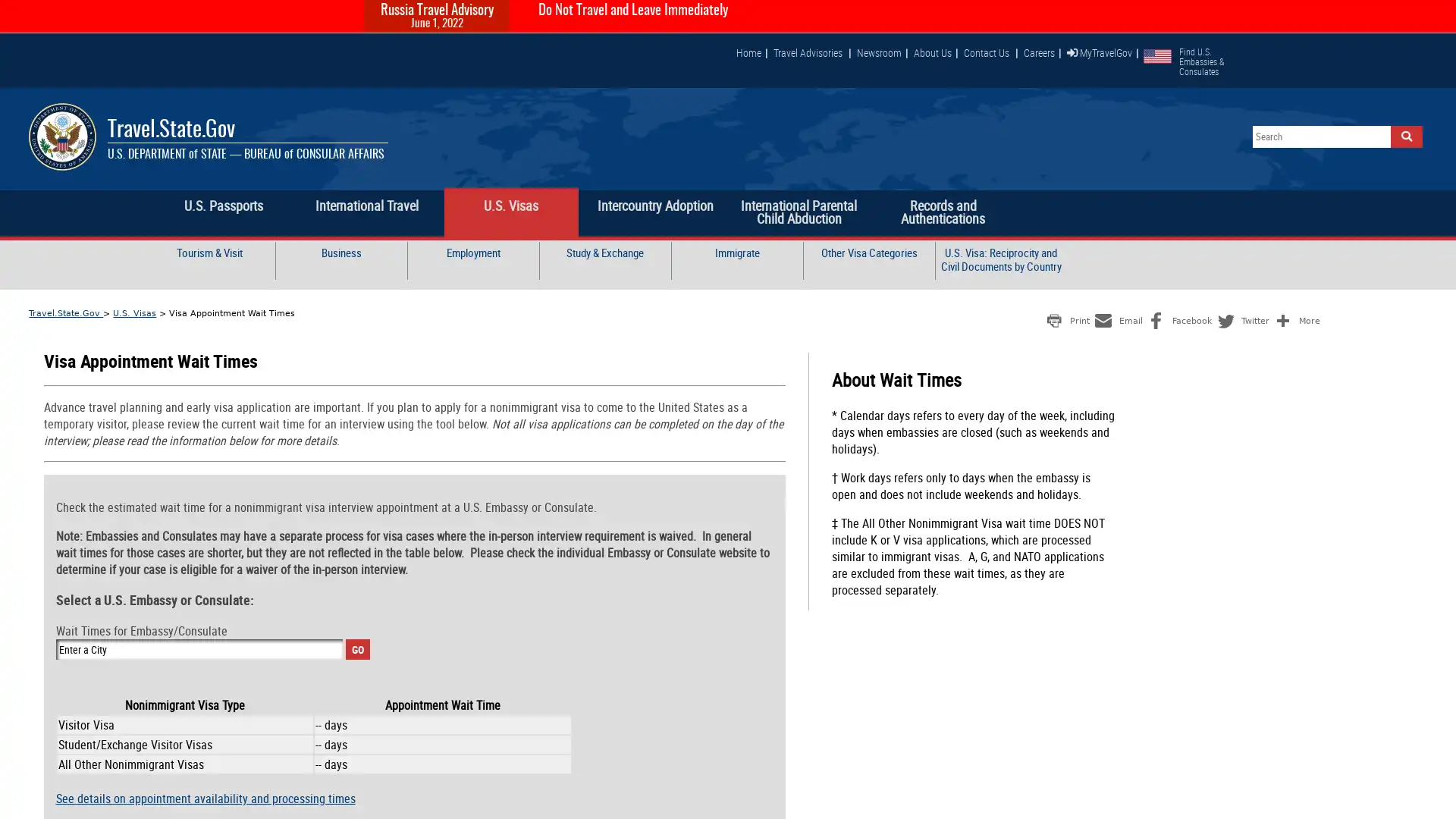 The image size is (1456, 819). Describe the element at coordinates (1117, 318) in the screenshot. I see `Share to Email Email` at that location.